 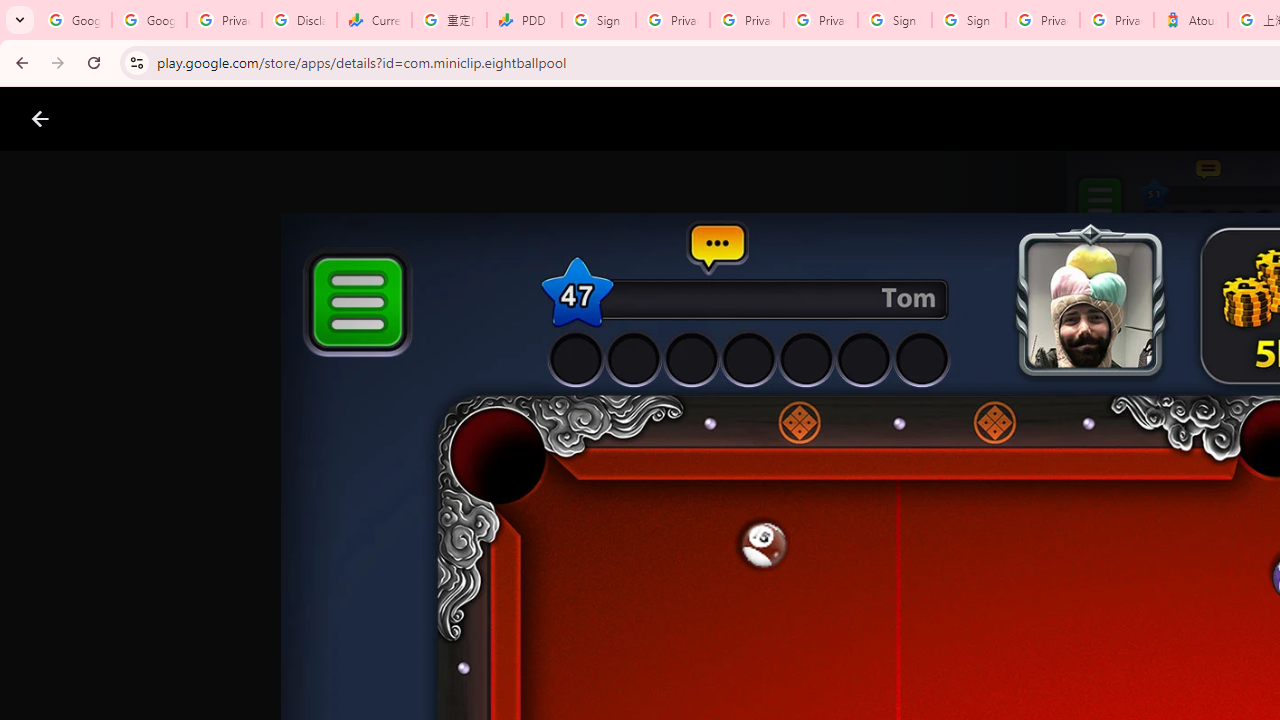 I want to click on 'More info about this content rating', so click(x=1013, y=677).